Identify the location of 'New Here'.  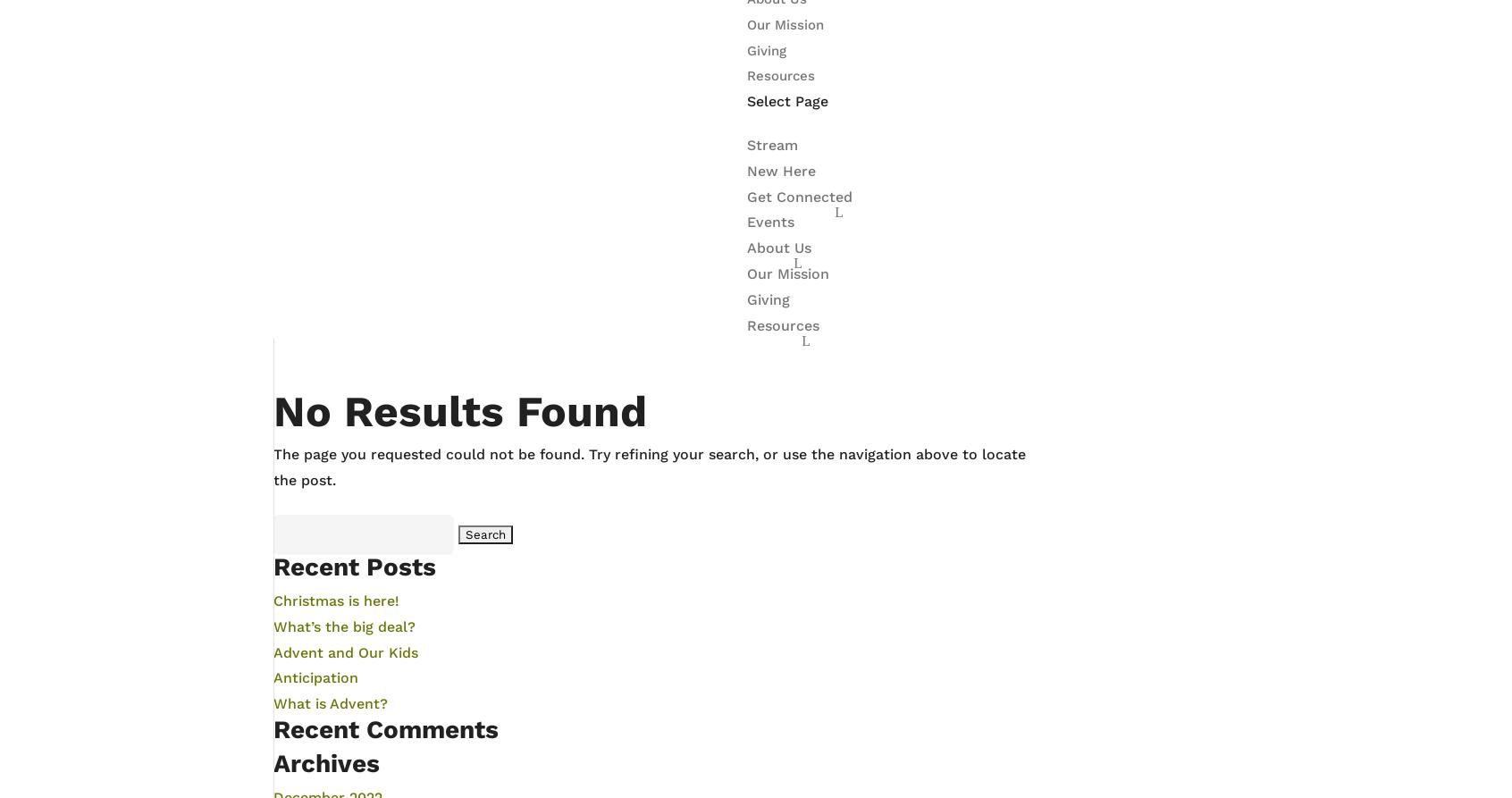
(780, 169).